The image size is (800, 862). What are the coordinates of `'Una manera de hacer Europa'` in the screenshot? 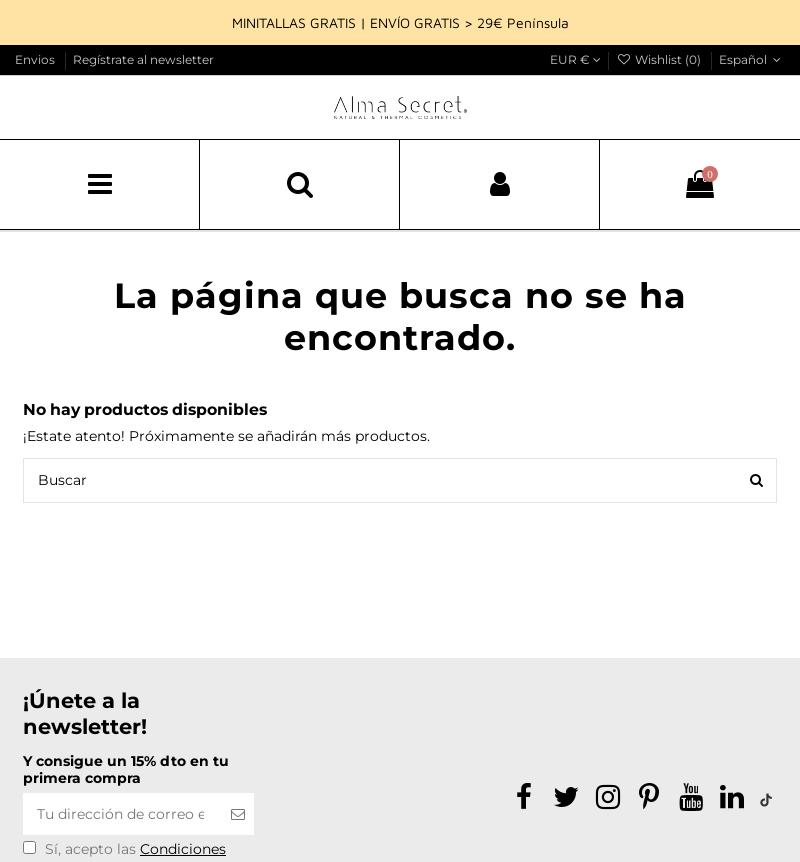 It's located at (39, 664).